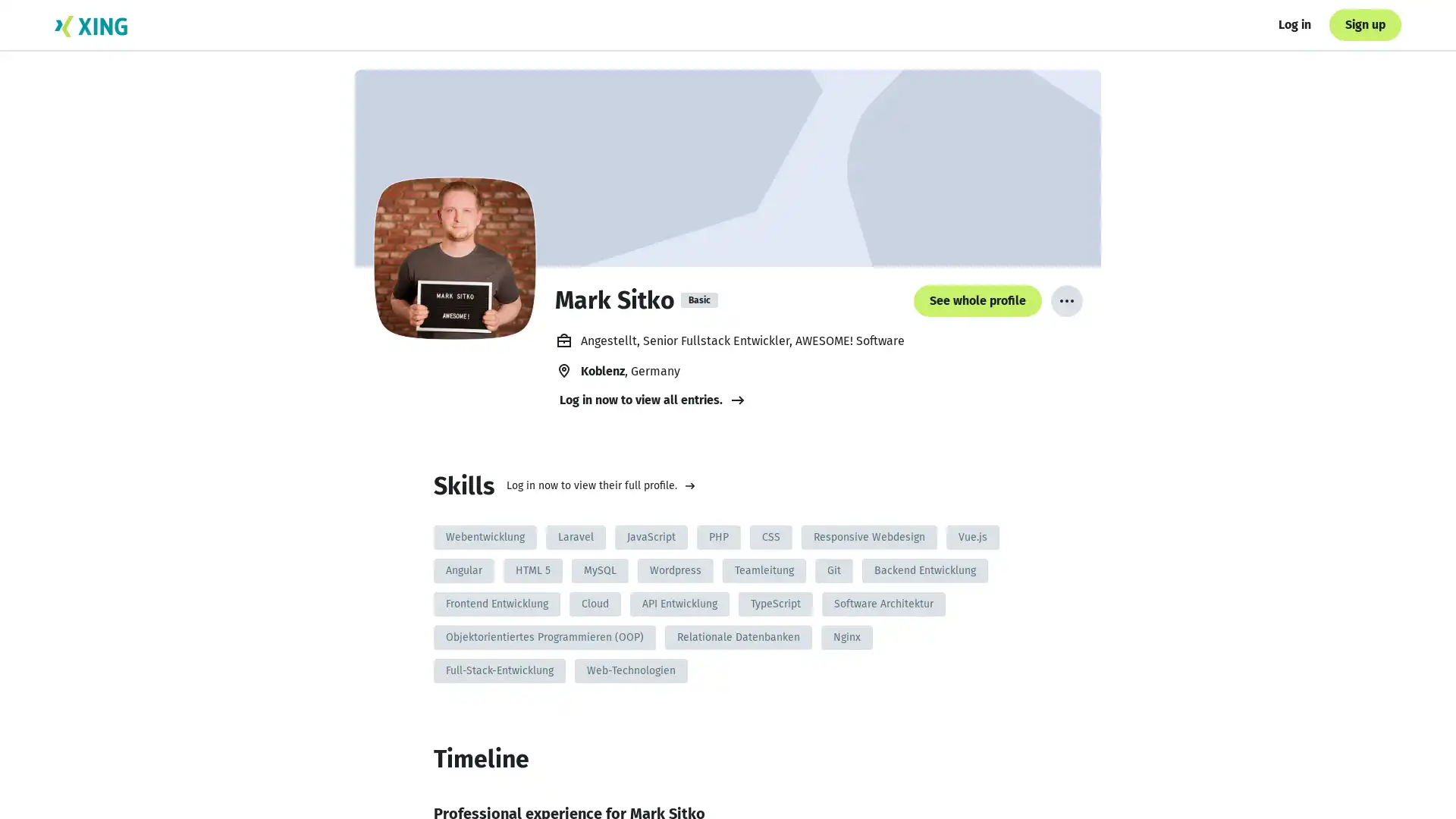 The width and height of the screenshot is (1456, 819). I want to click on Log in now to view their full profile., so click(600, 485).